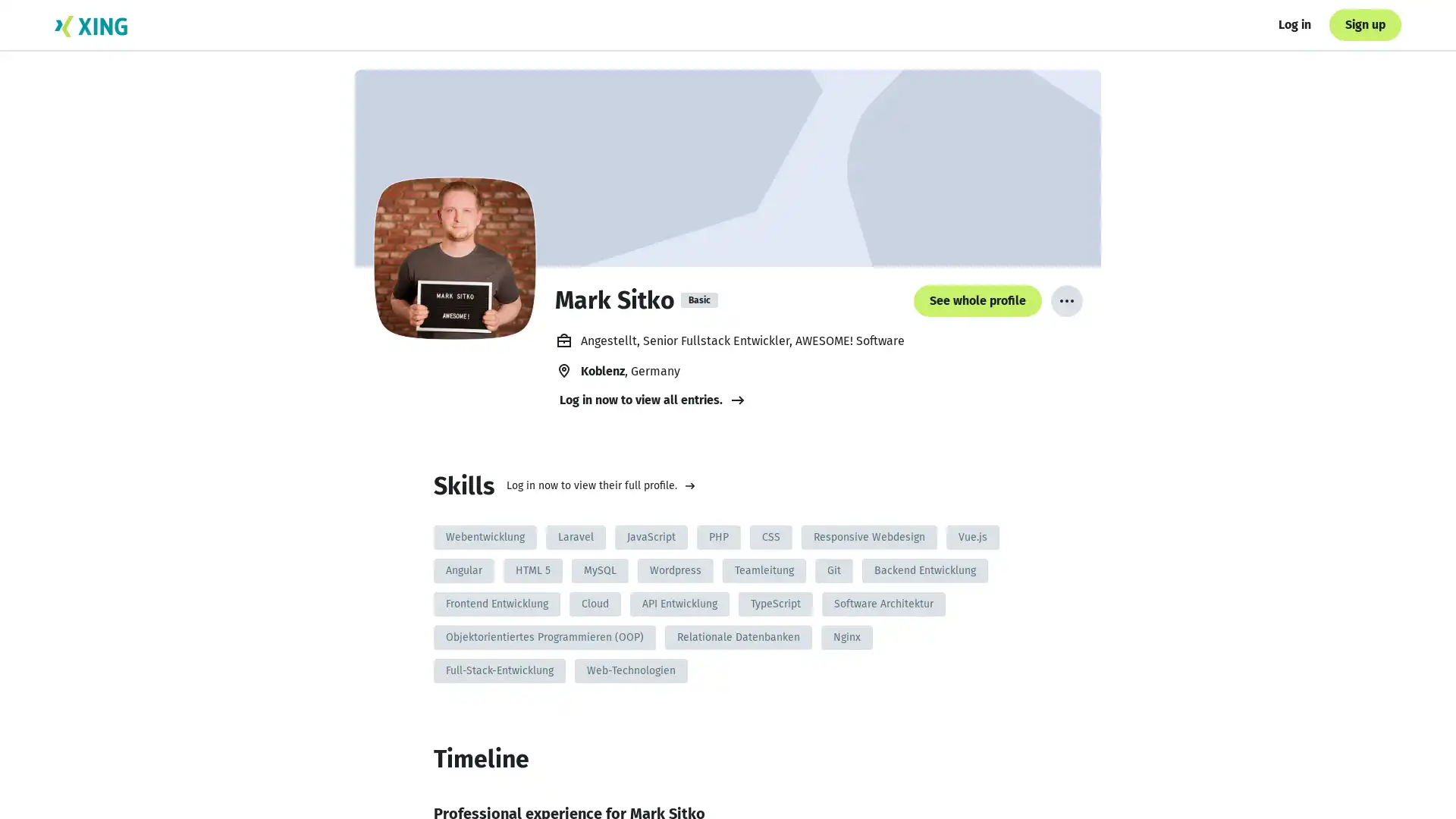 The width and height of the screenshot is (1456, 819). I want to click on Log in now to view their full profile., so click(600, 485).